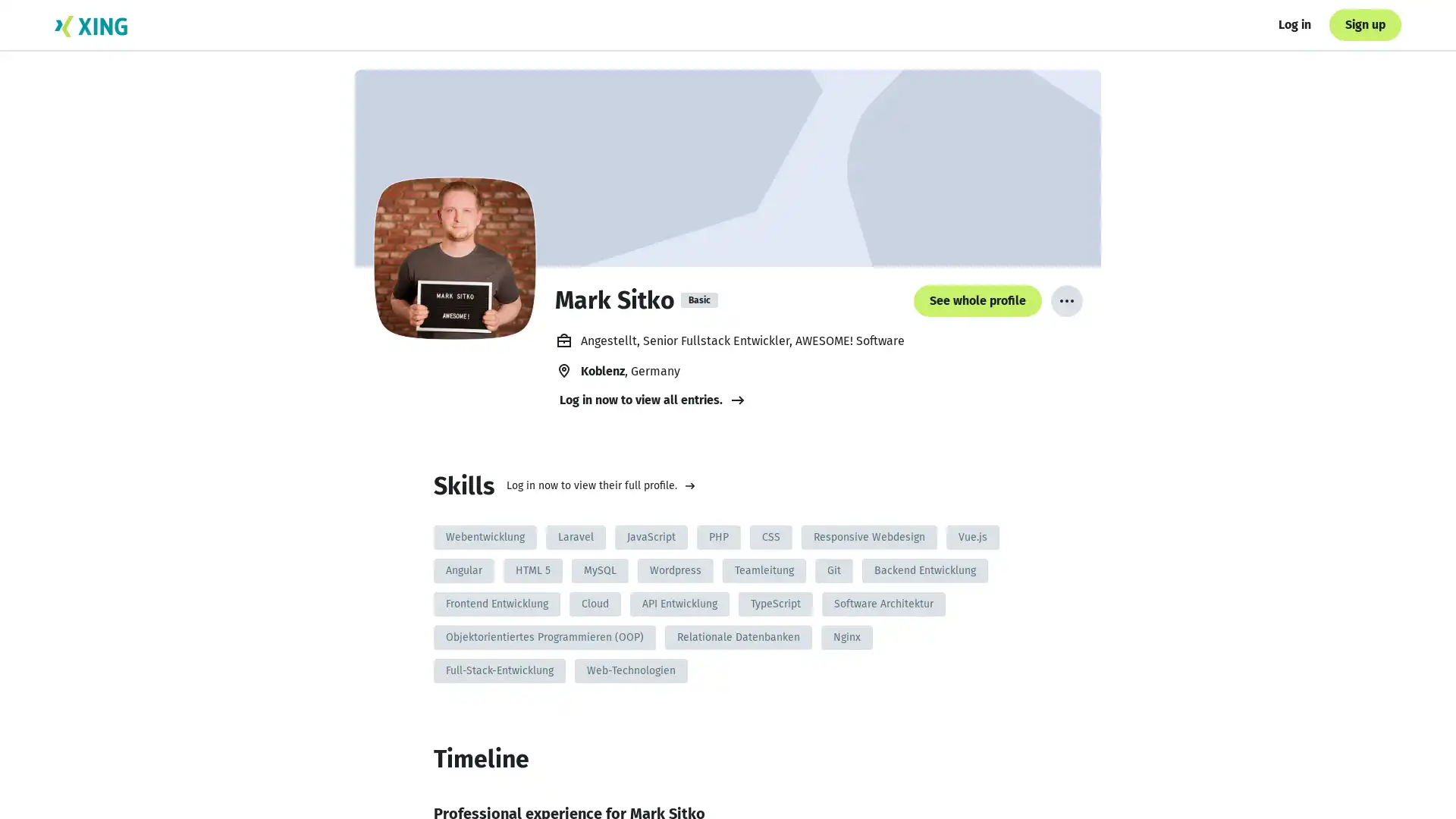 The width and height of the screenshot is (1456, 819). I want to click on Log in now to view their full profile., so click(600, 485).